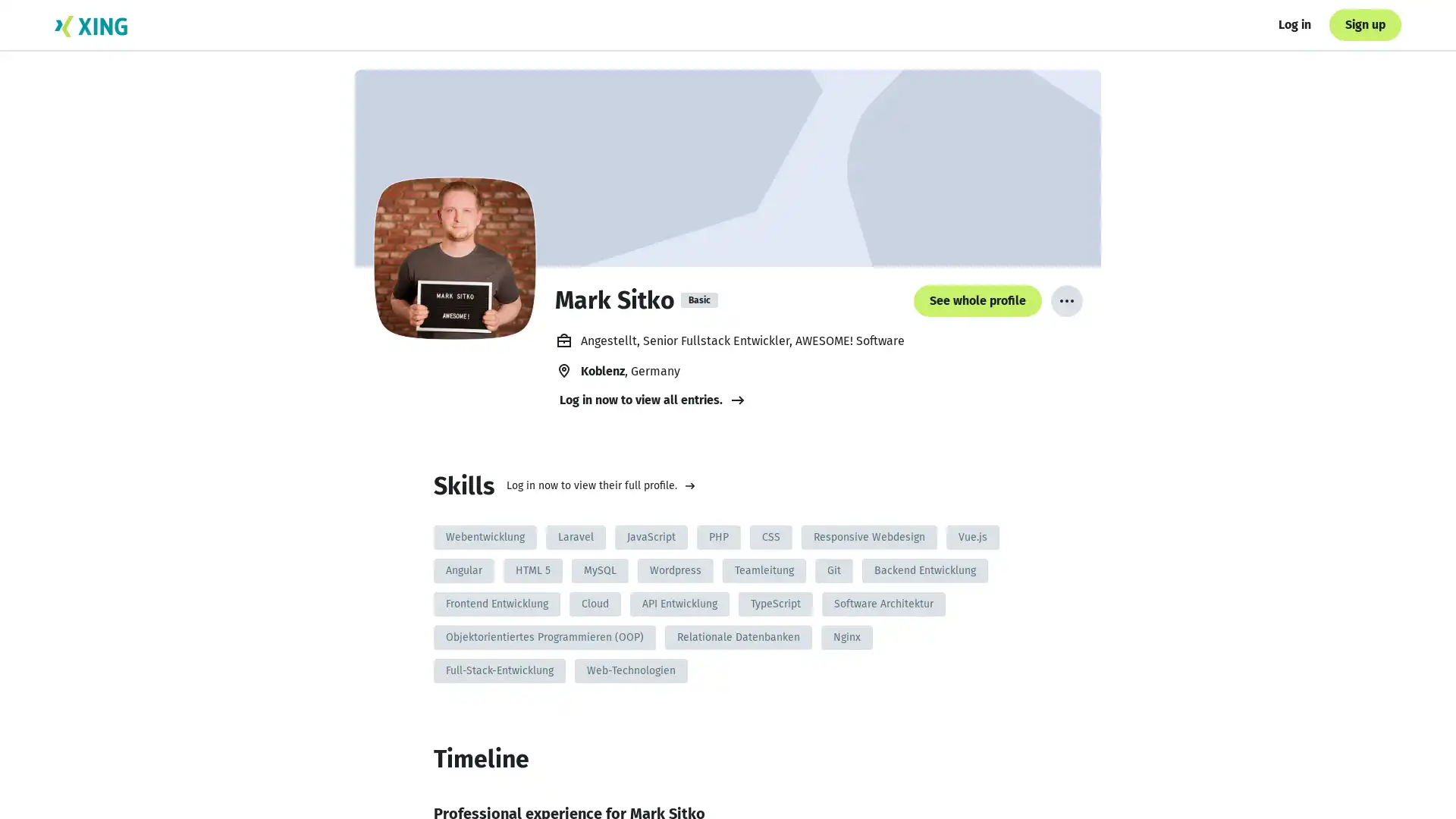 The width and height of the screenshot is (1456, 819). I want to click on Log in now to view their full profile., so click(600, 485).